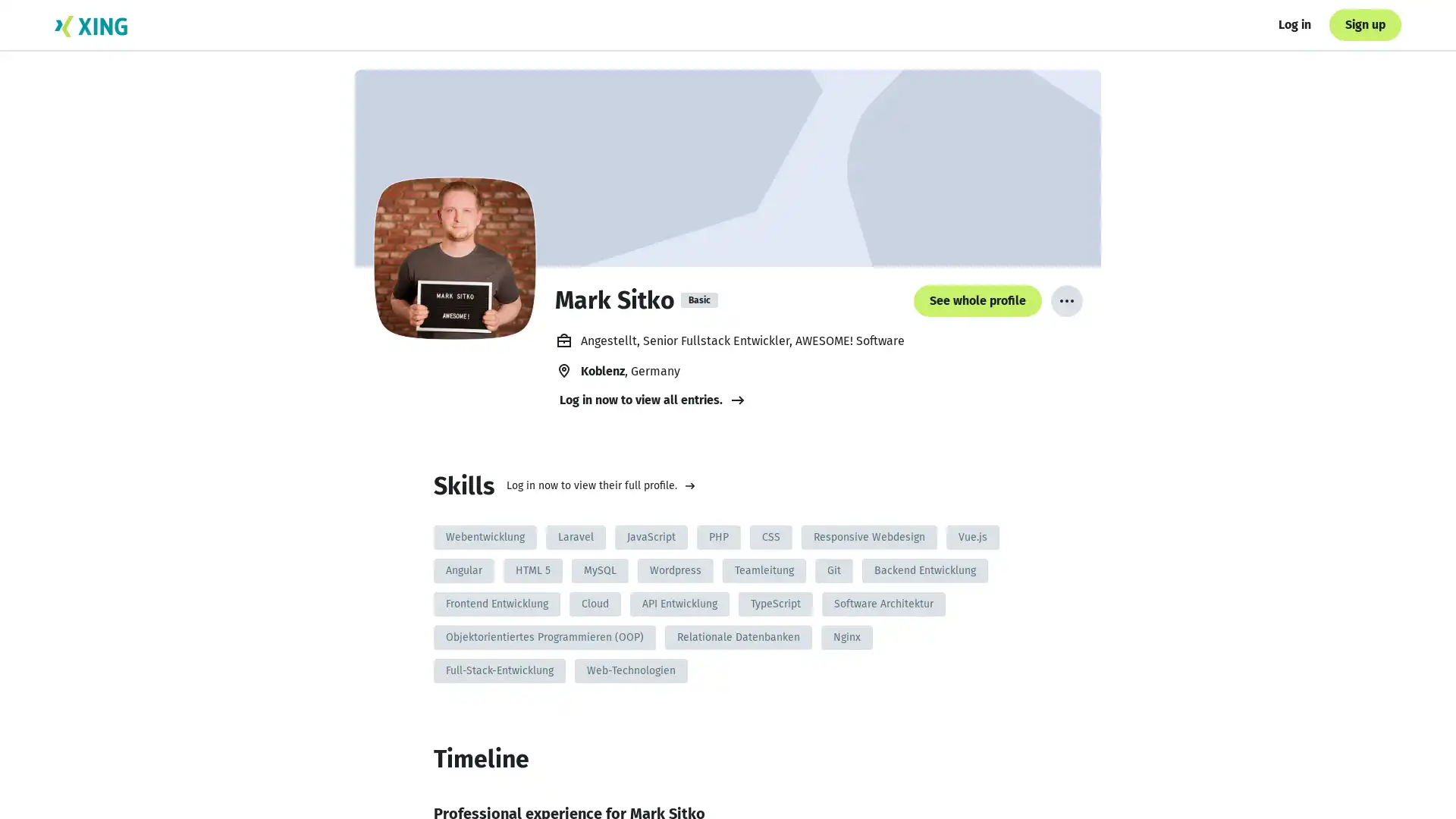 The width and height of the screenshot is (1456, 819). I want to click on Log in now to view their full profile., so click(600, 485).